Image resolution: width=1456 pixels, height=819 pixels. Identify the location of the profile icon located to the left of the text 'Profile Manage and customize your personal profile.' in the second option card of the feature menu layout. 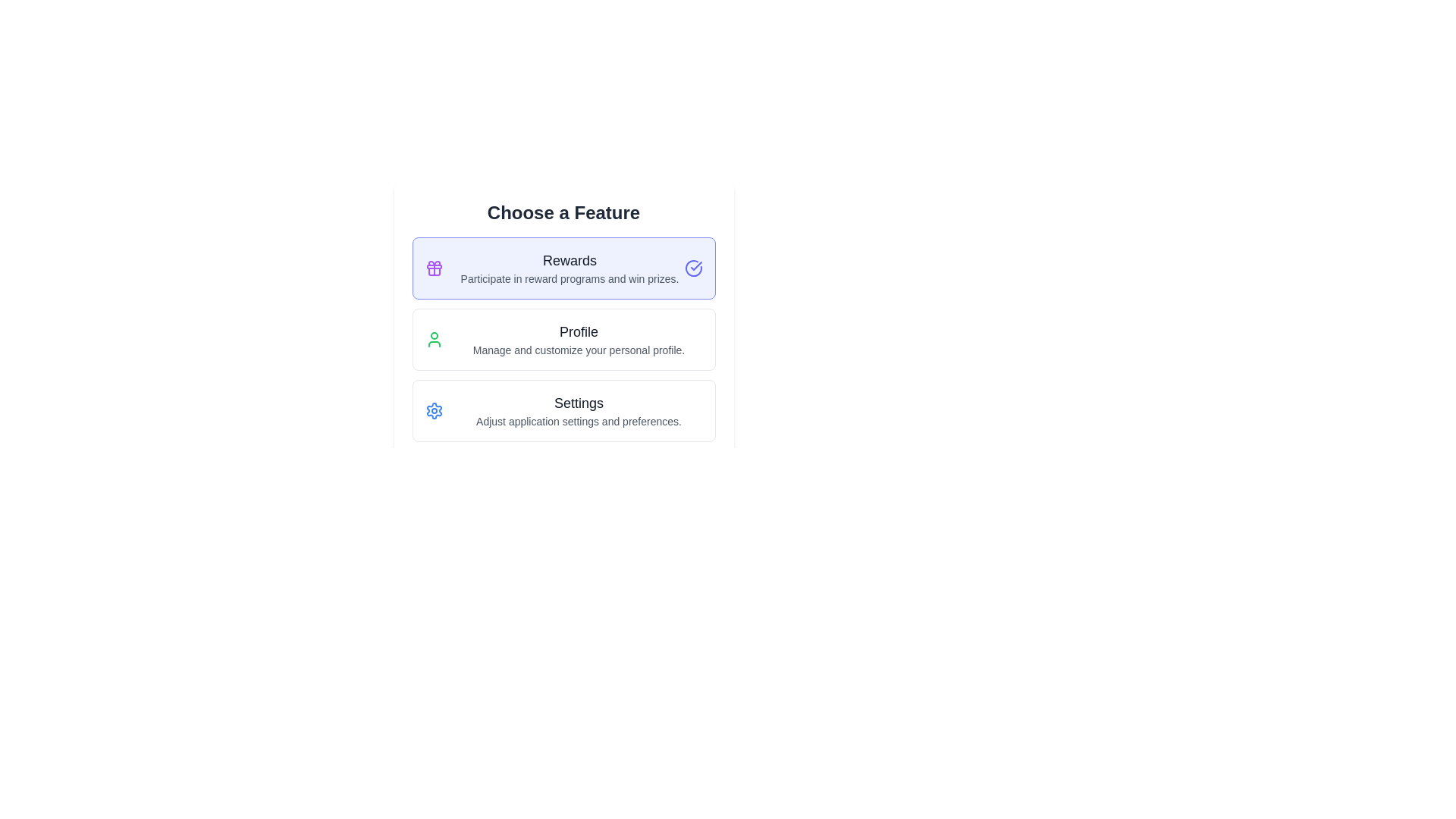
(433, 338).